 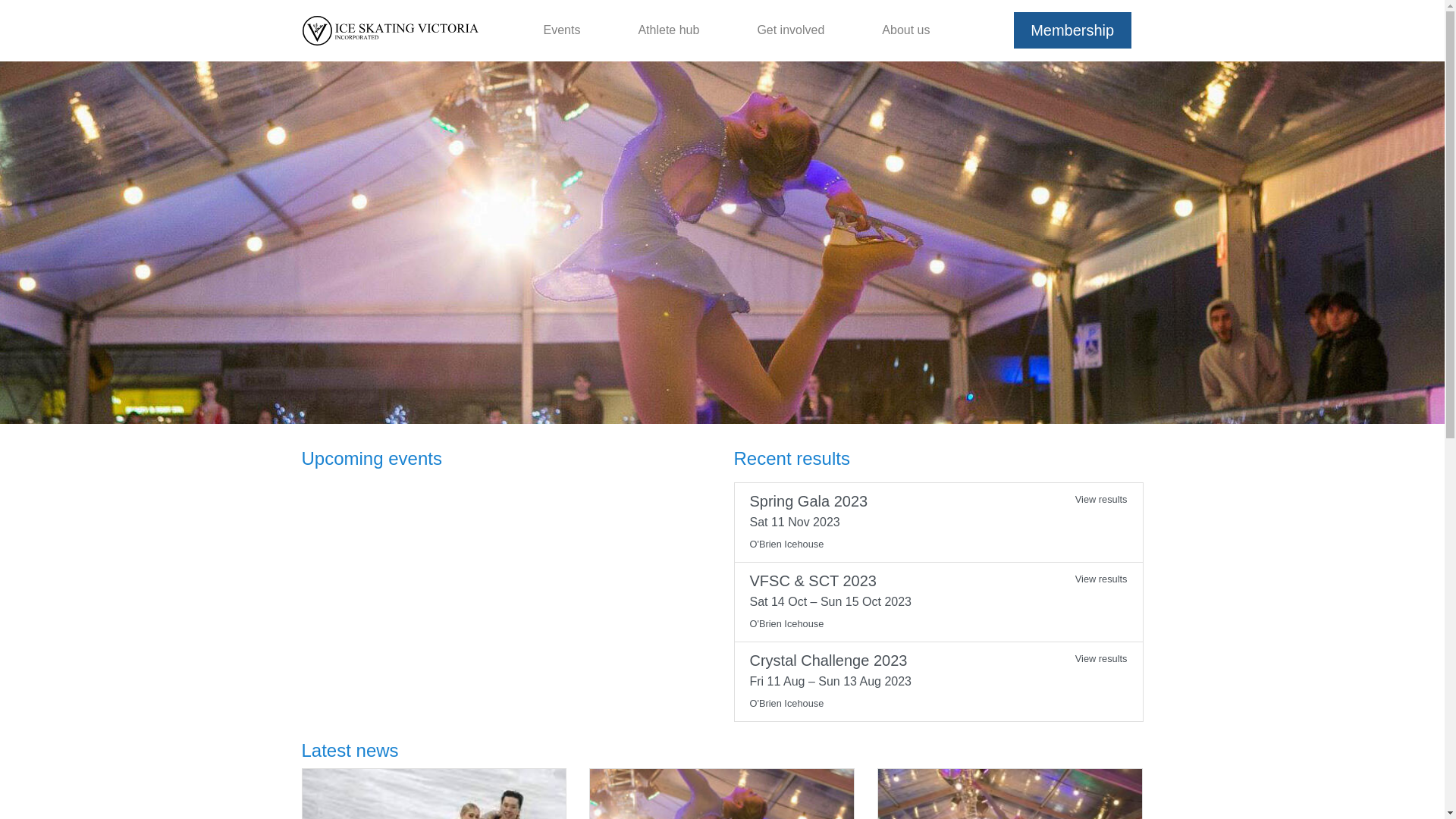 What do you see at coordinates (667, 30) in the screenshot?
I see `'Athlete hub'` at bounding box center [667, 30].